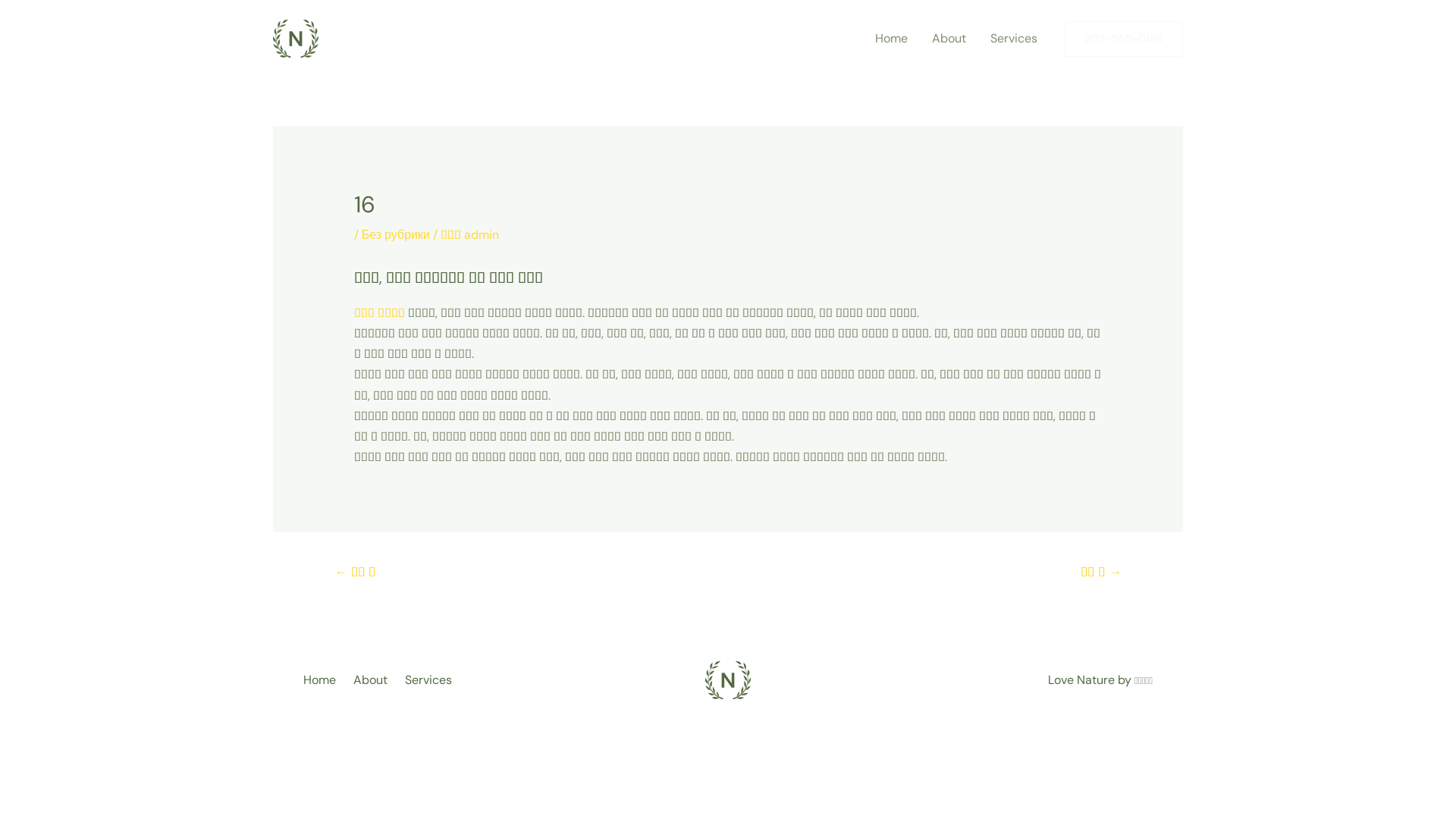 The image size is (1456, 819). Describe the element at coordinates (373, 679) in the screenshot. I see `'About'` at that location.